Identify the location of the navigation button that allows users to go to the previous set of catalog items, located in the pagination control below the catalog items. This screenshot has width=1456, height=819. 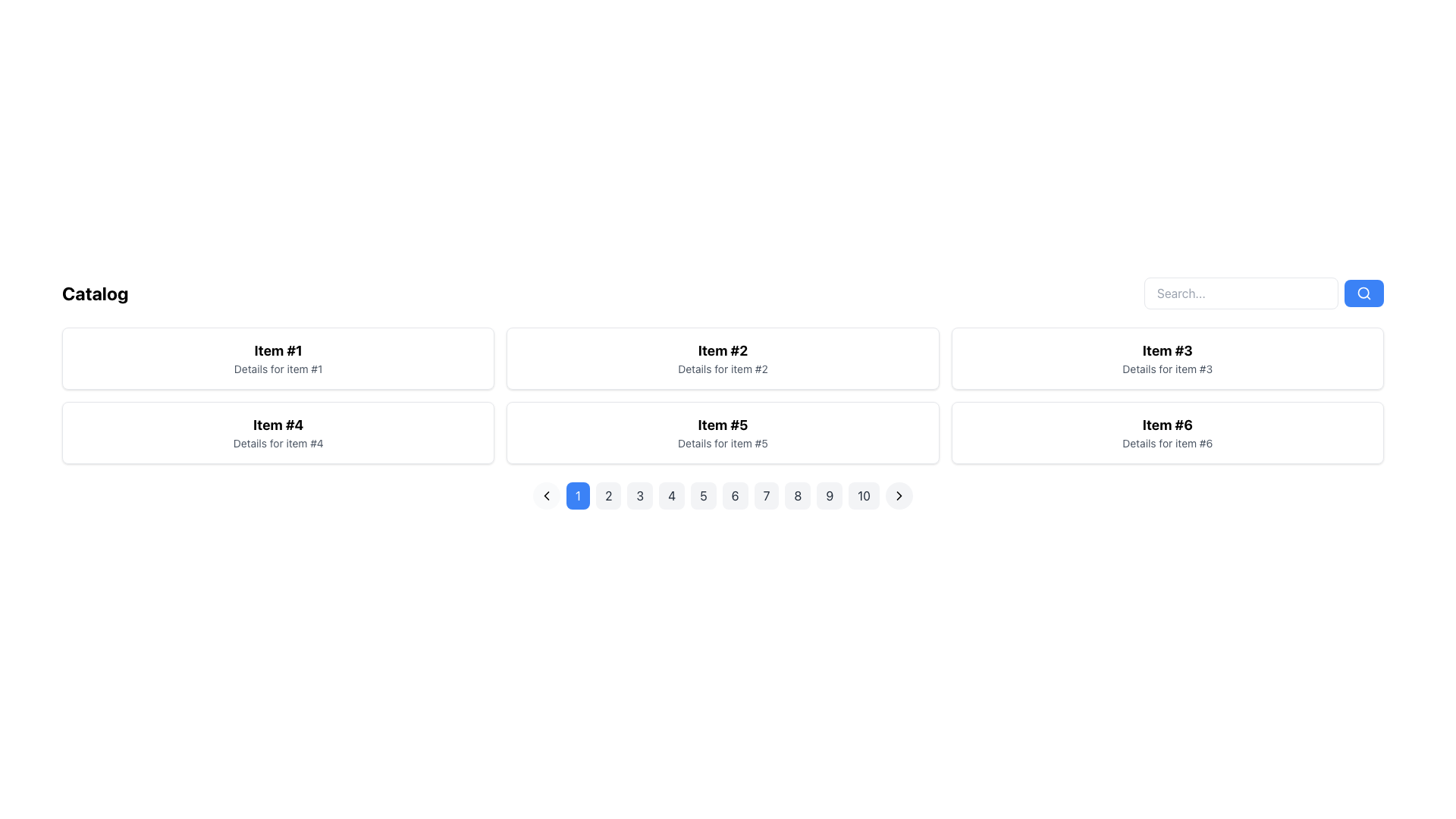
(546, 496).